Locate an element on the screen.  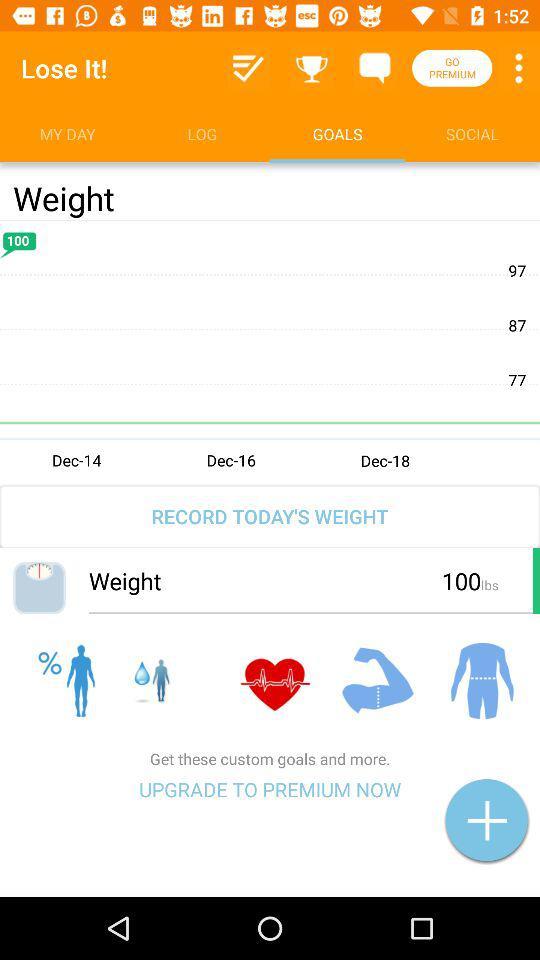
show a graphic about lose weight is located at coordinates (270, 351).